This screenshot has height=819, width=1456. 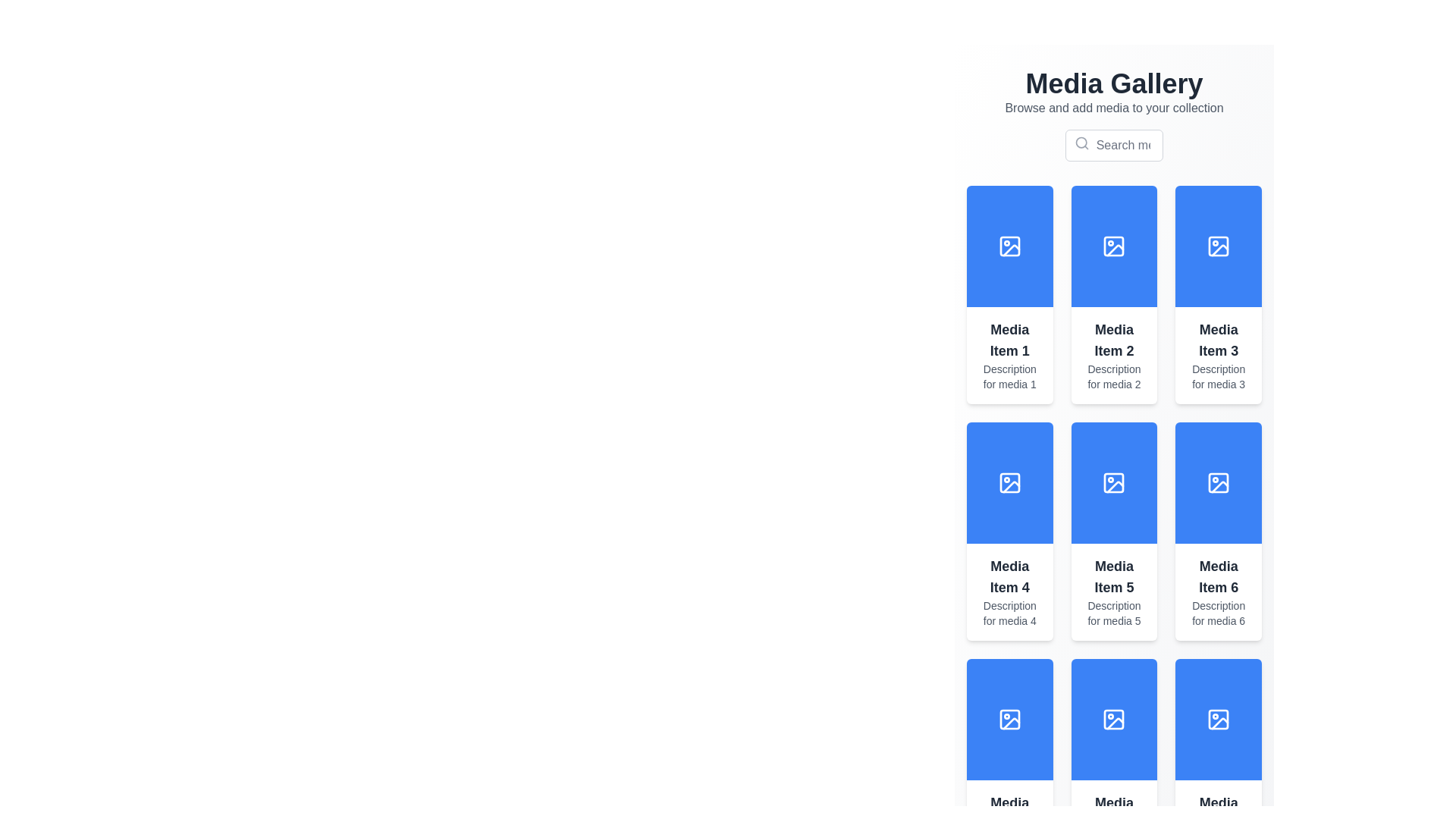 What do you see at coordinates (1009, 356) in the screenshot?
I see `the textual element displaying 'Media Item 1' and its description 'Description for media 1'` at bounding box center [1009, 356].